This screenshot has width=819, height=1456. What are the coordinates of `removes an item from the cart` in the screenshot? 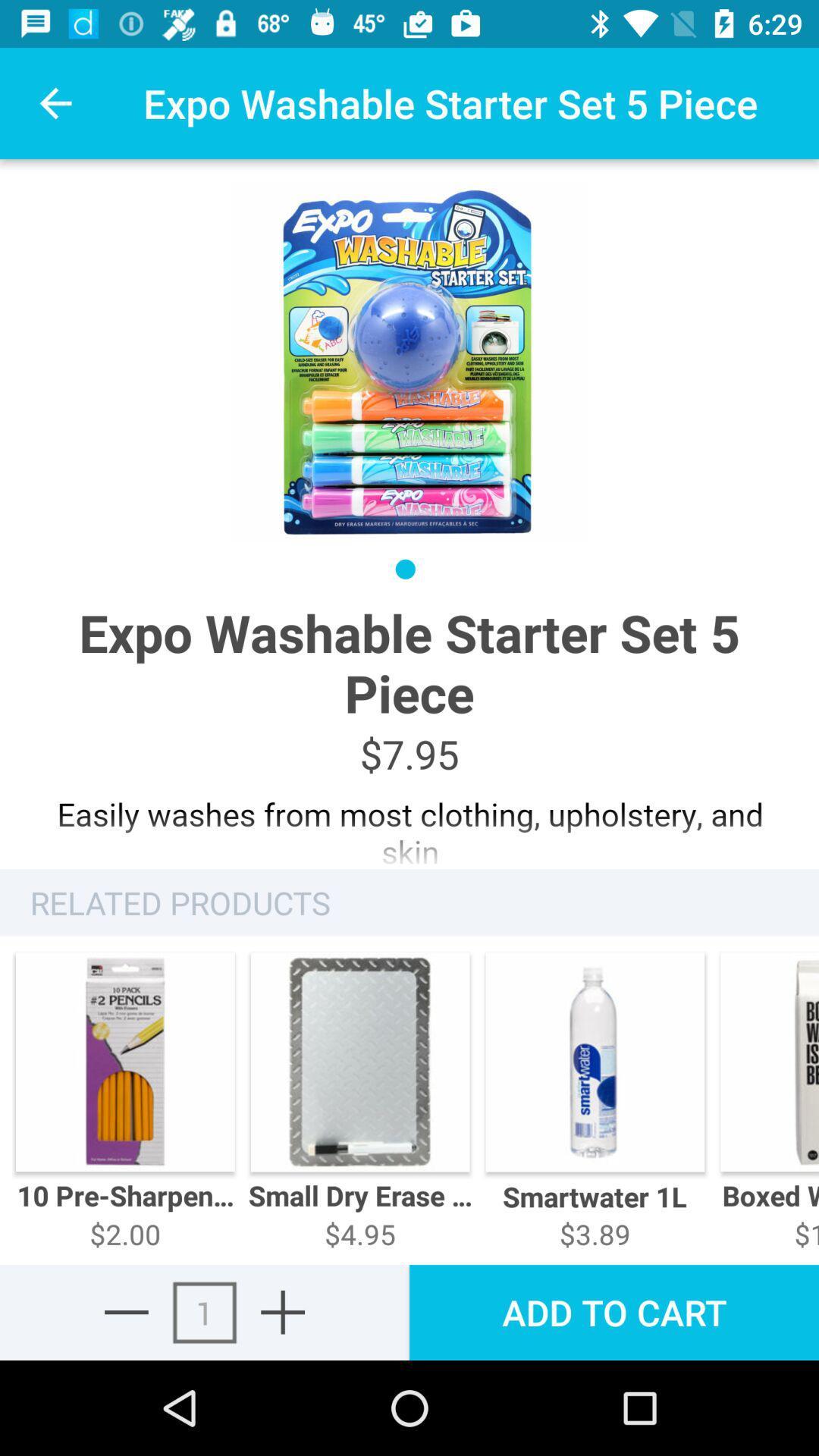 It's located at (125, 1311).